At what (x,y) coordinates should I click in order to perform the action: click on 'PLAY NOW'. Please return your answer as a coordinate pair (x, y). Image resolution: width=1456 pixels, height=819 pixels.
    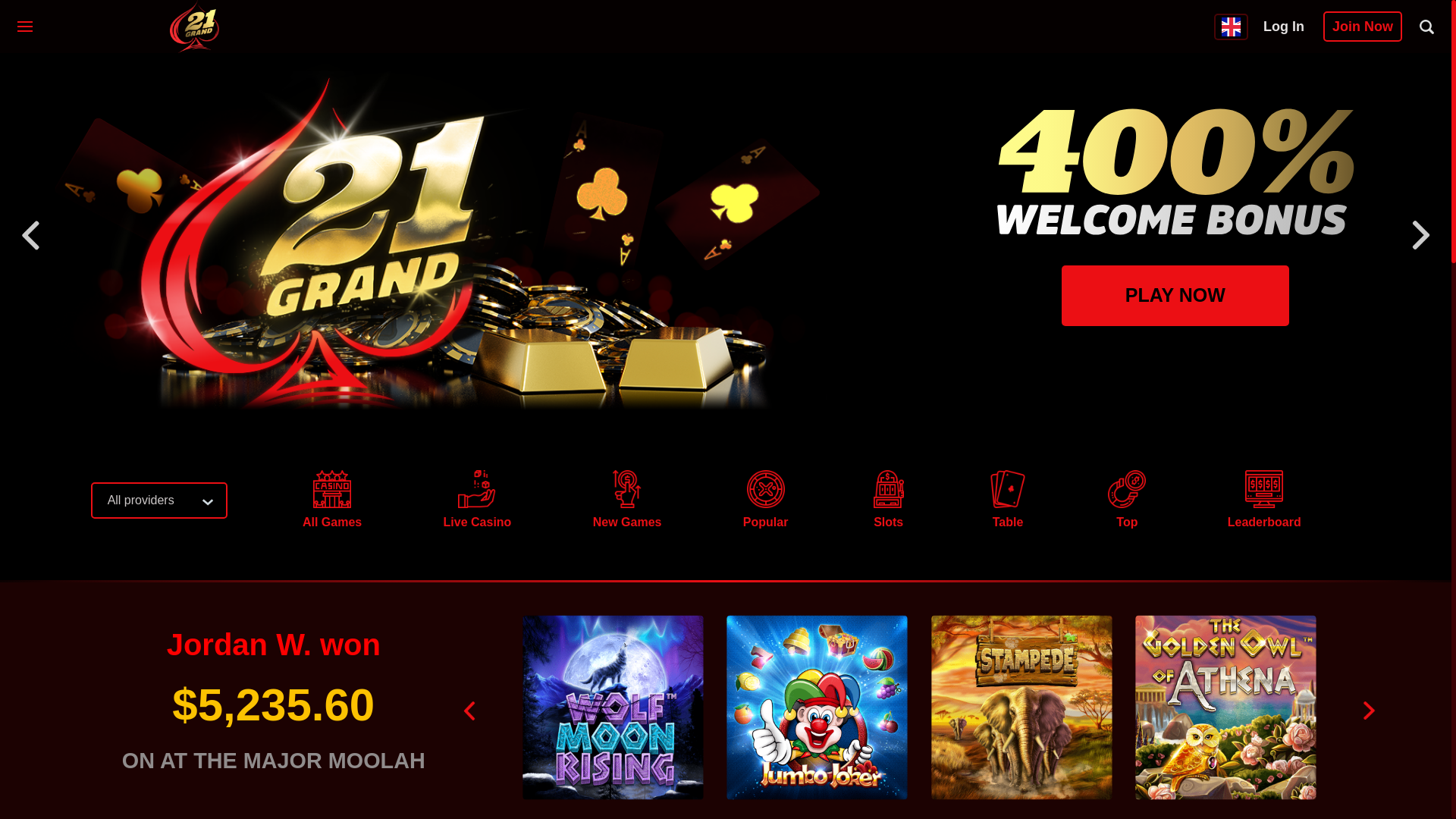
    Looking at the image, I should click on (1061, 295).